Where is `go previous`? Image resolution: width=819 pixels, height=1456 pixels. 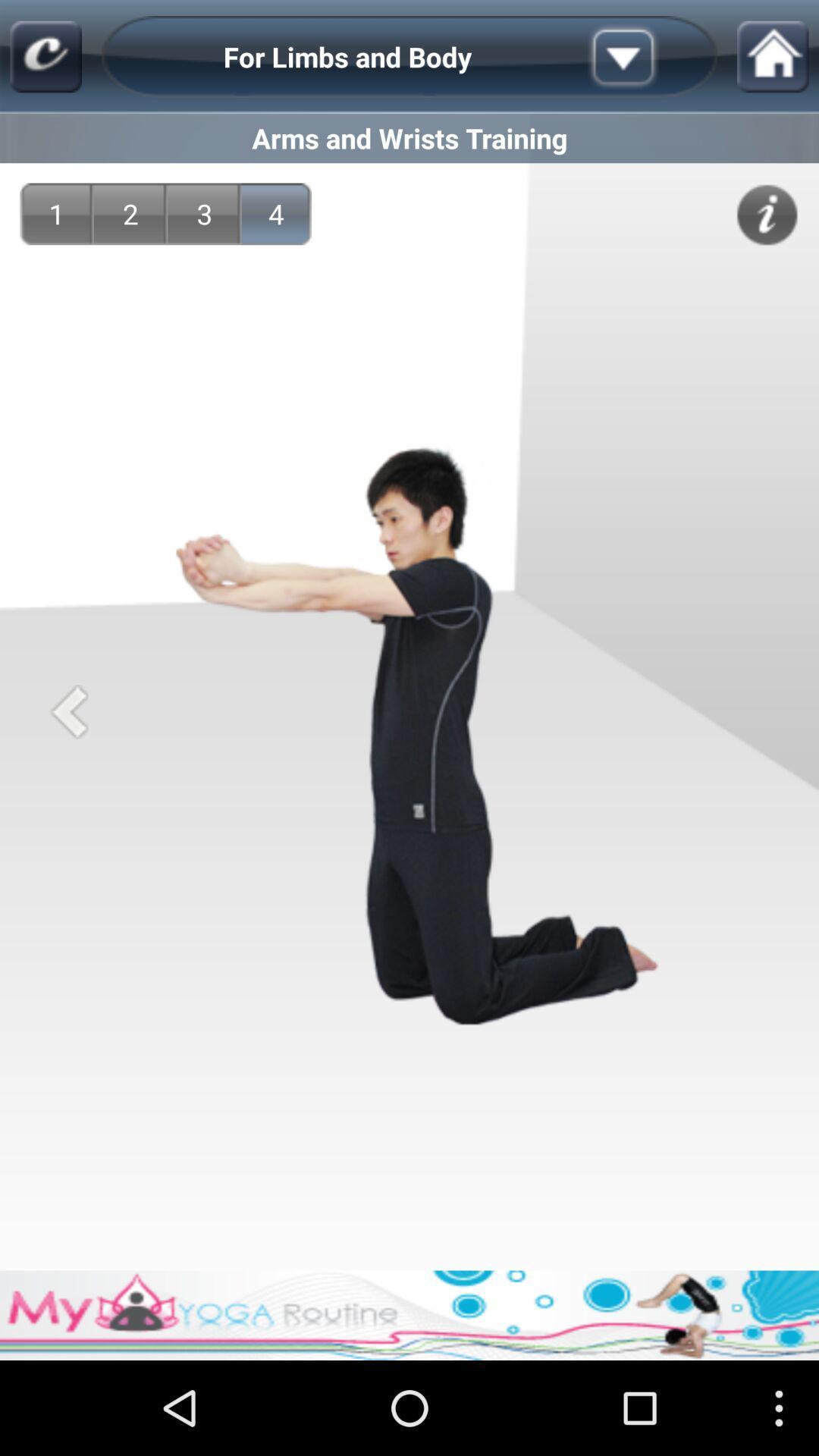
go previous is located at coordinates (69, 711).